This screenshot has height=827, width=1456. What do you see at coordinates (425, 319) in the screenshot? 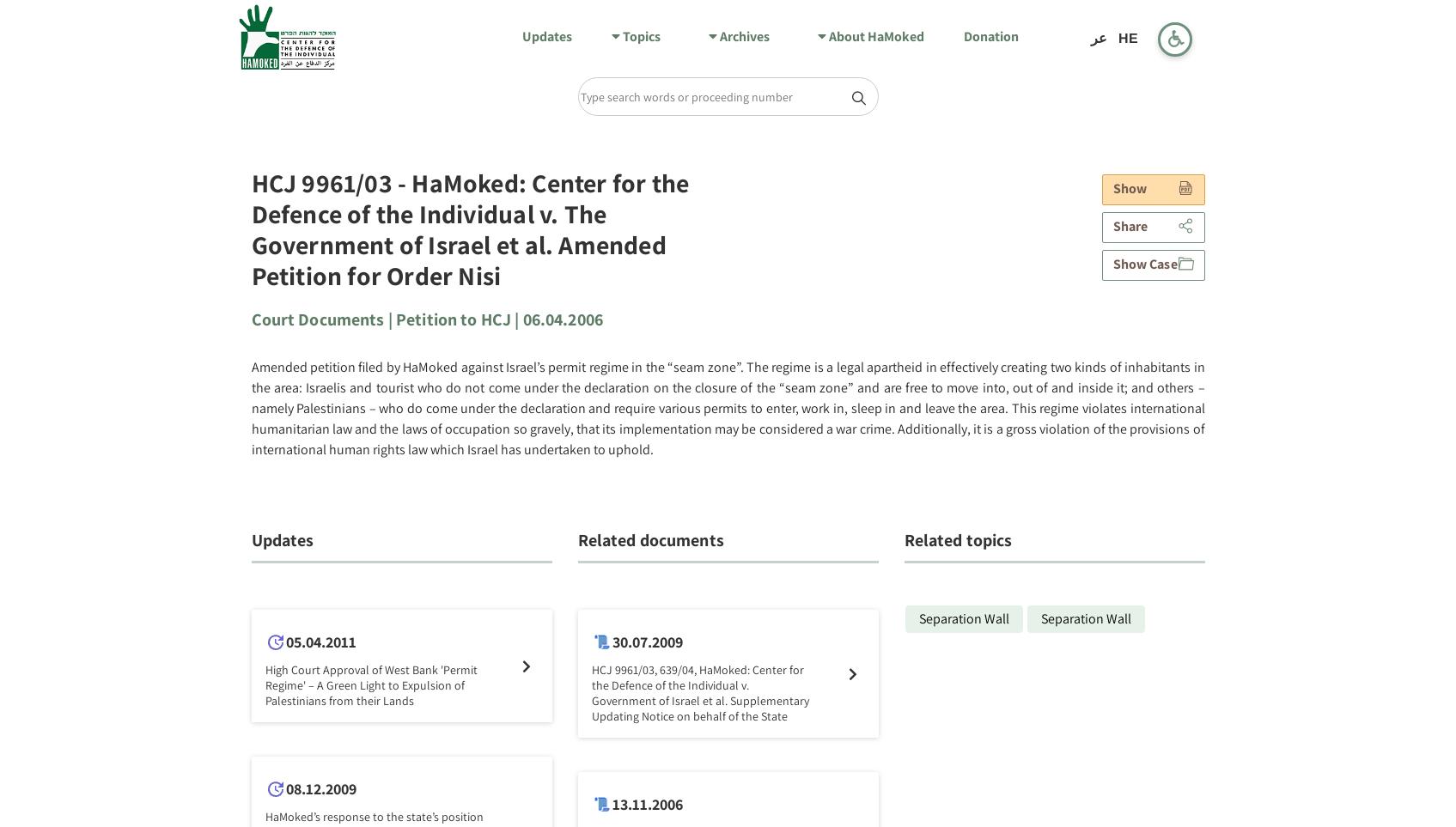
I see `'Court Documents | Petition to HCJ | 06.04.2006'` at bounding box center [425, 319].